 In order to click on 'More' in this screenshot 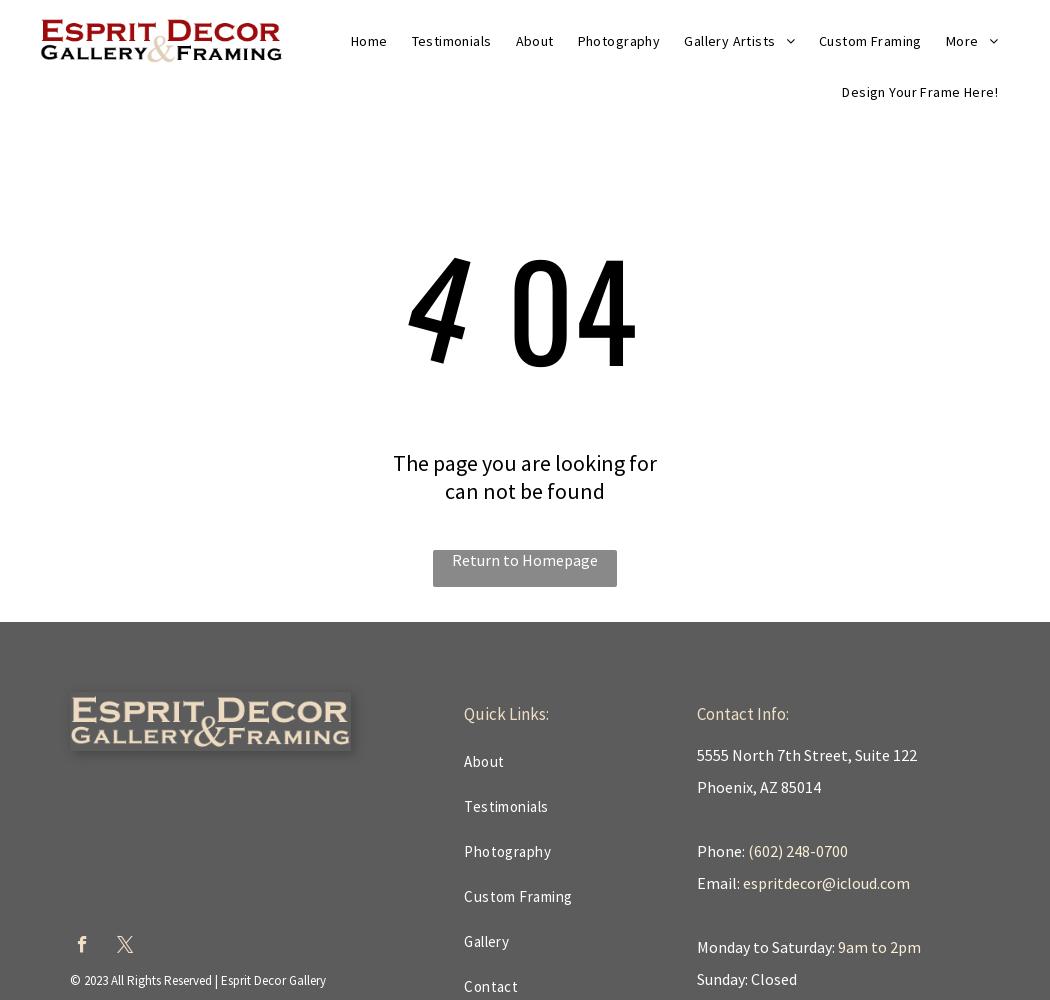, I will do `click(944, 40)`.